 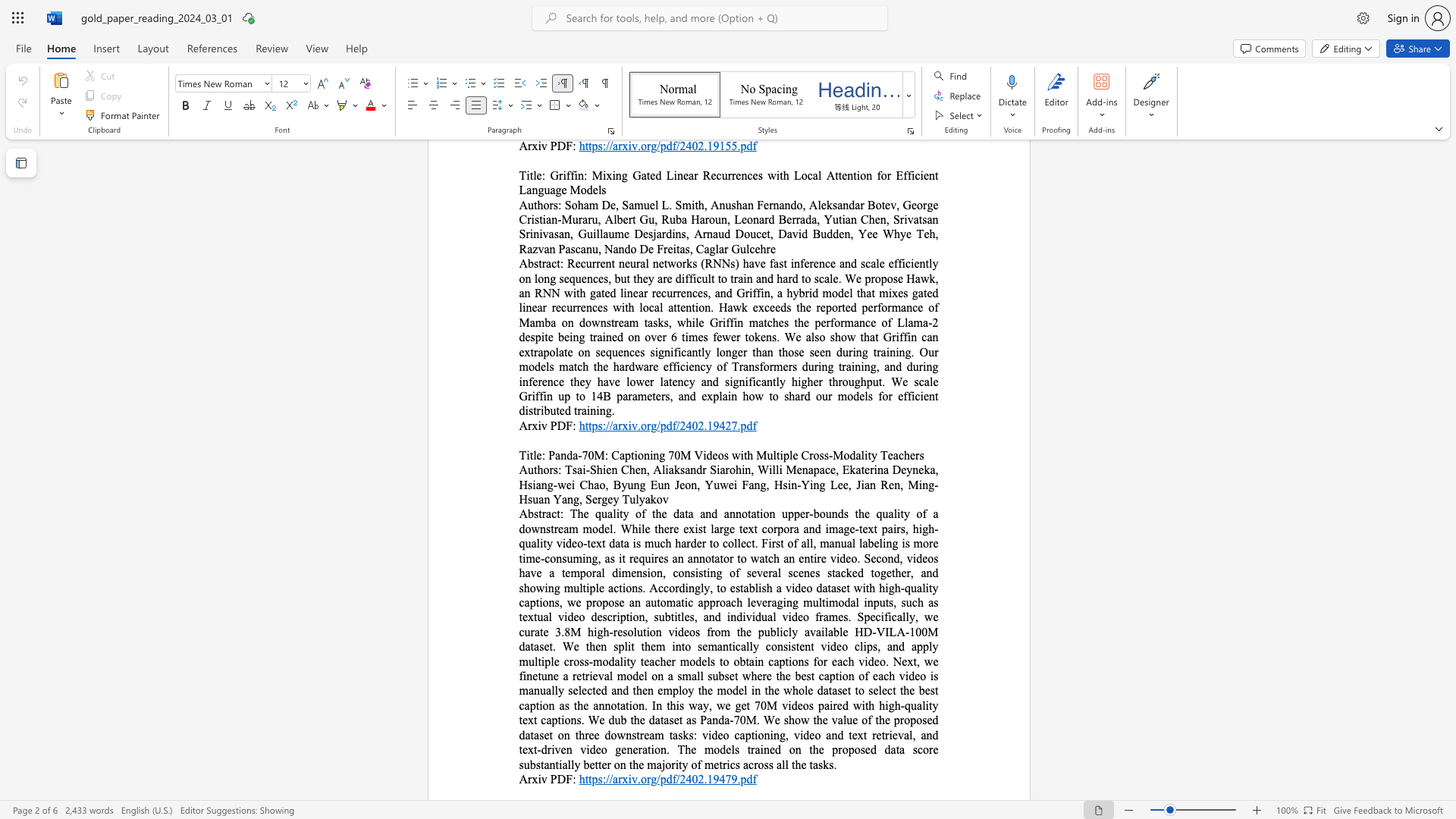 What do you see at coordinates (570, 719) in the screenshot?
I see `the subset text "ns. We dub the dataset as Panda-70M. We show the value of the proposed dataset on three downstream tasks: video captioning, video and text retrieval, and" within the text "this way, we get 70M videos paired with high-quality text captions. We dub the dataset as Panda-70M. We show the value of the proposed dataset on three downstream tasks: video captioning, video and text retrieval, and text-driven video generation. The models trained on the proposed data score substantially better on the majority of metrics across all the tasks."` at bounding box center [570, 719].